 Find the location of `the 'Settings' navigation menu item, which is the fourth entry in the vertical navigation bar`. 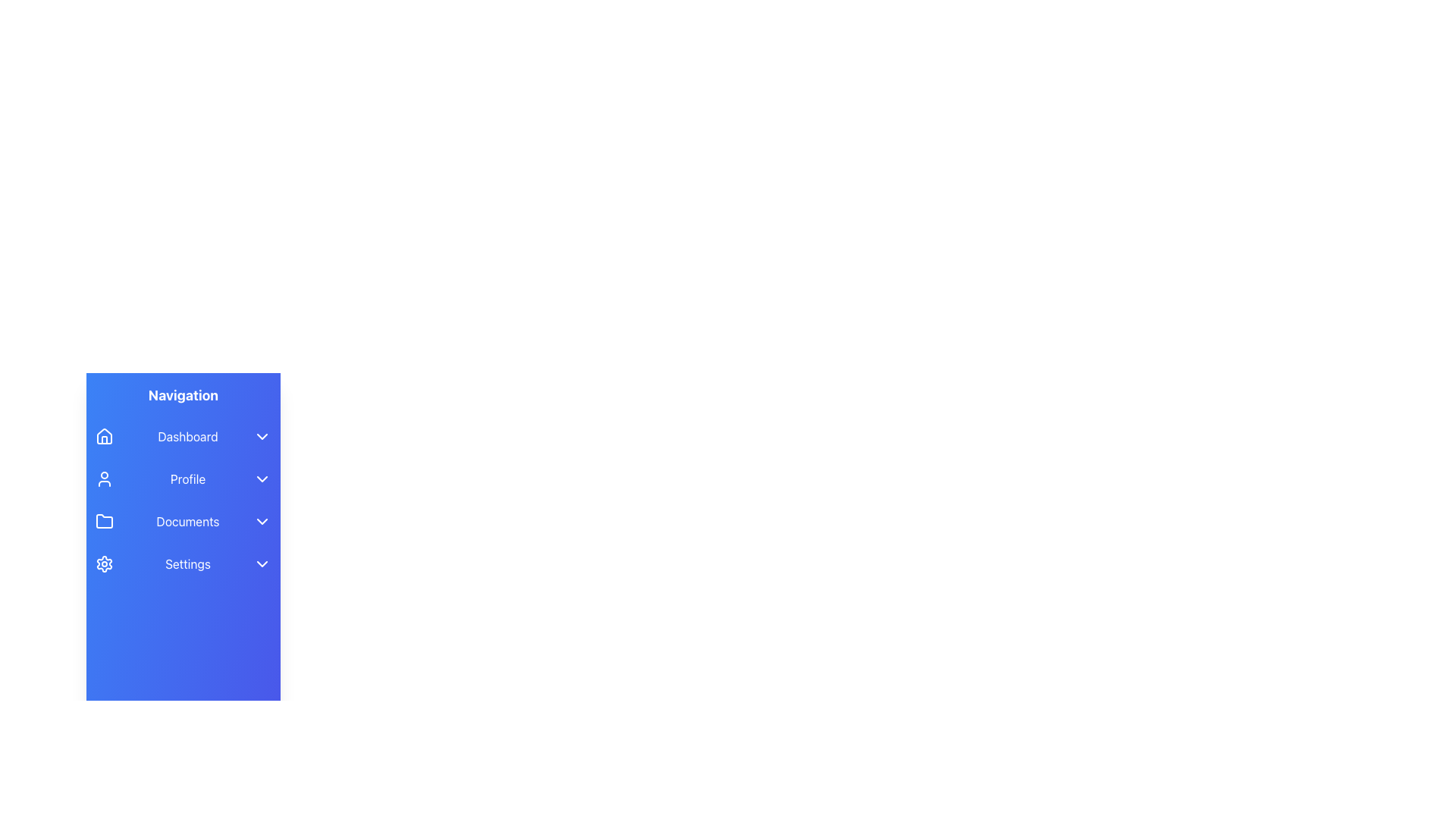

the 'Settings' navigation menu item, which is the fourth entry in the vertical navigation bar is located at coordinates (182, 564).